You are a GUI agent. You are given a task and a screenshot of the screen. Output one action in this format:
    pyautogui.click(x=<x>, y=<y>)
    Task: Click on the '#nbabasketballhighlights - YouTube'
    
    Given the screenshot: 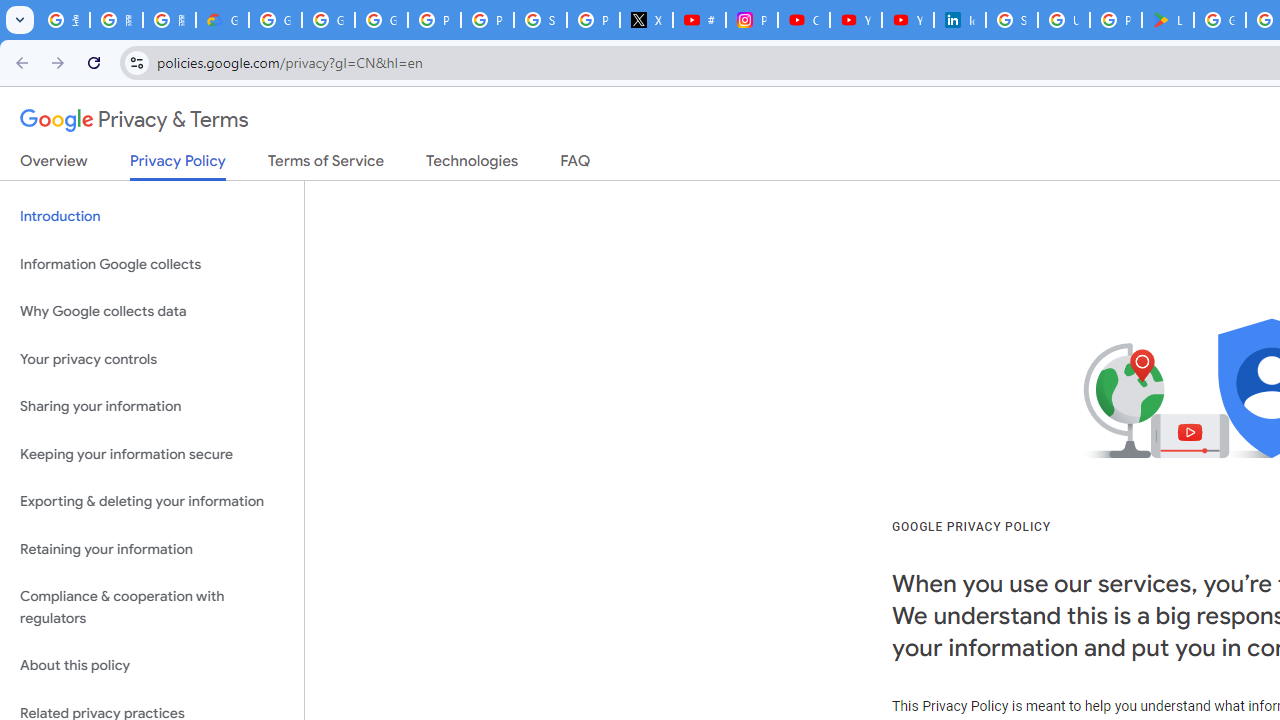 What is the action you would take?
    pyautogui.click(x=699, y=20)
    